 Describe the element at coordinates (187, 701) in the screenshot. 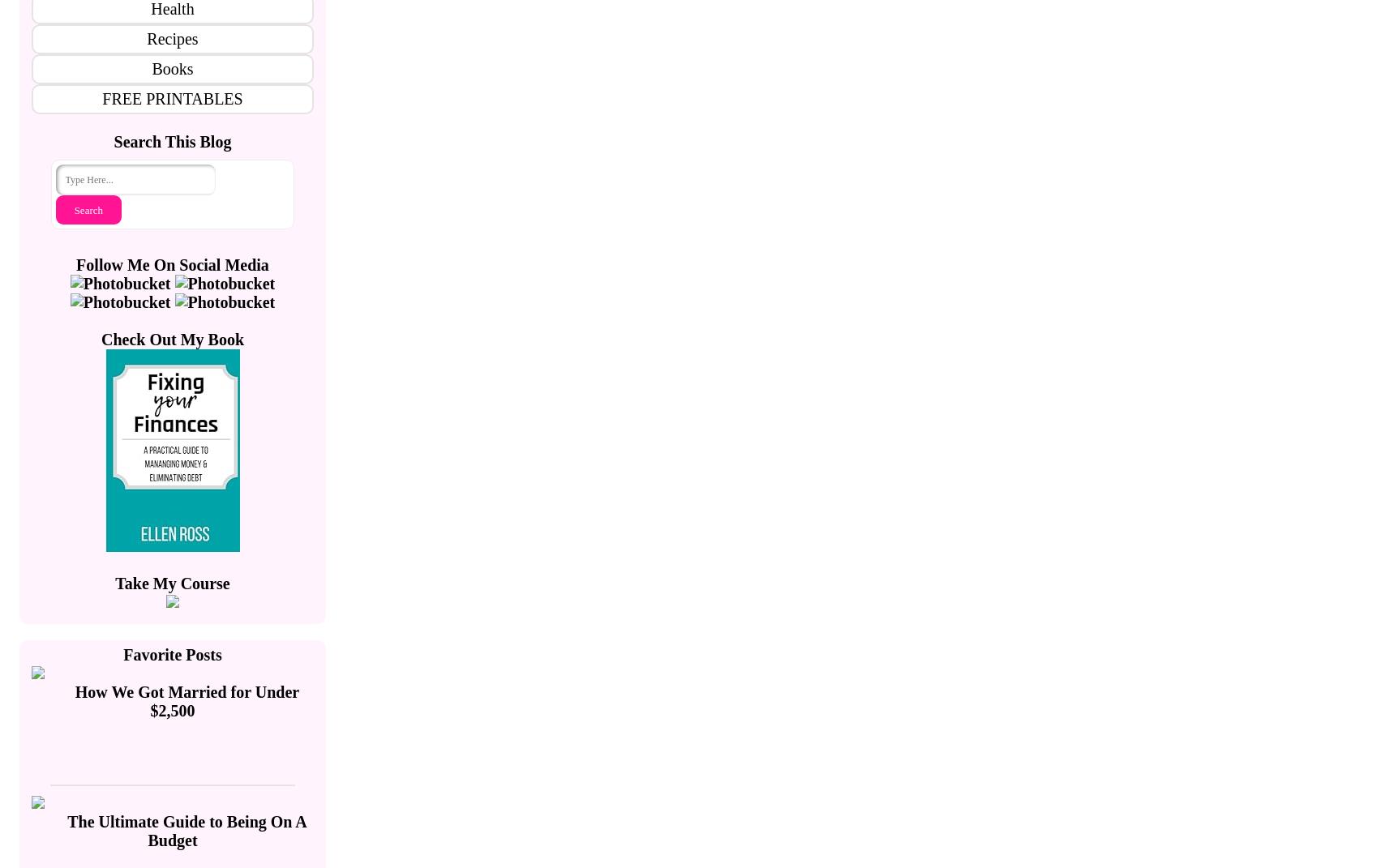

I see `'How We Got Married for Under $2,500'` at that location.